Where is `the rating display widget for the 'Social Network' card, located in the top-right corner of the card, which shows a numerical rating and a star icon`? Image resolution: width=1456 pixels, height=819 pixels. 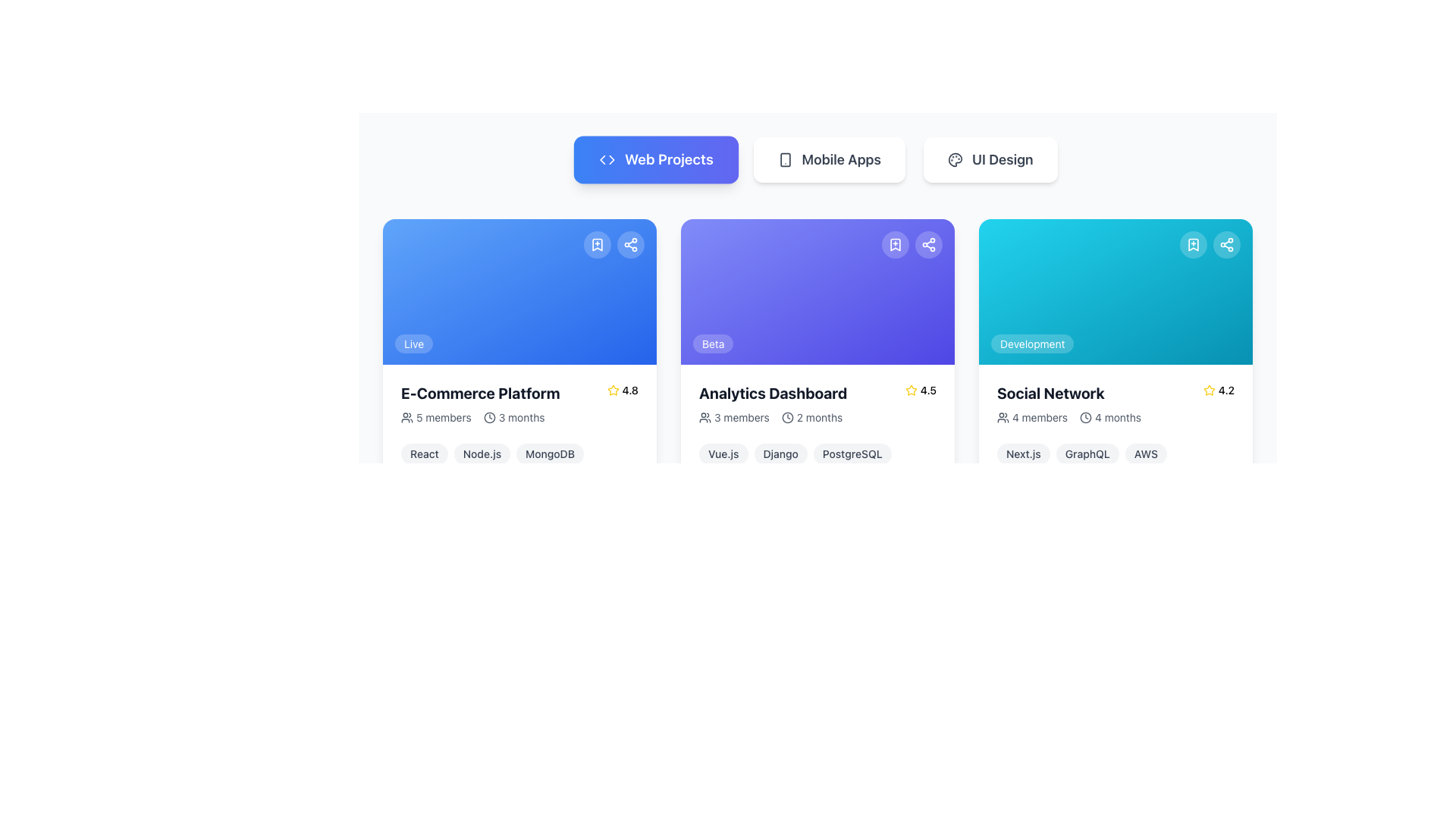 the rating display widget for the 'Social Network' card, located in the top-right corner of the card, which shows a numerical rating and a star icon is located at coordinates (1219, 390).